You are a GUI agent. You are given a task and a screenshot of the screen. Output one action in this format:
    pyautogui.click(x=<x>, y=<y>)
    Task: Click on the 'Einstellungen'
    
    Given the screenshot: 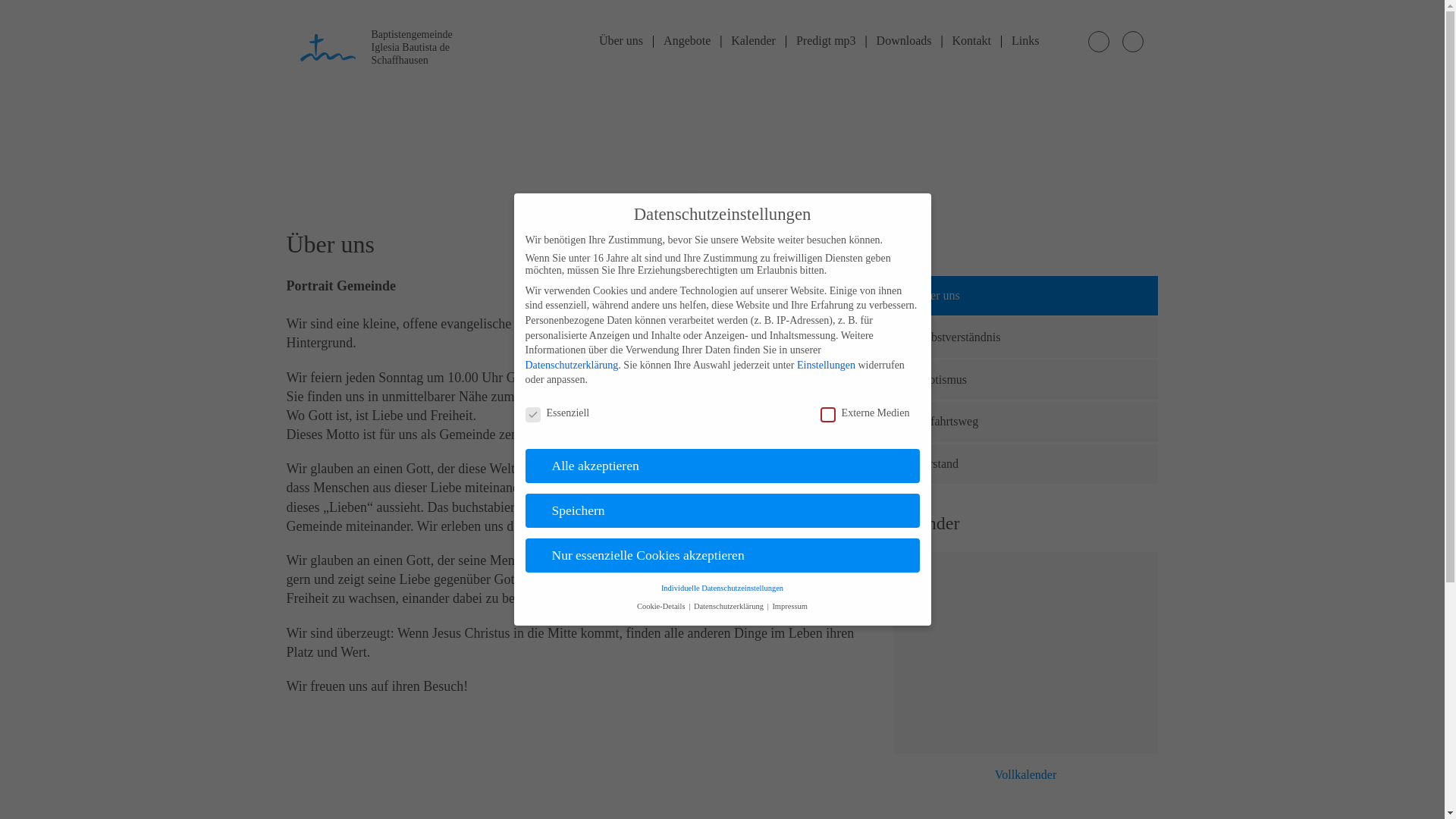 What is the action you would take?
    pyautogui.click(x=825, y=365)
    